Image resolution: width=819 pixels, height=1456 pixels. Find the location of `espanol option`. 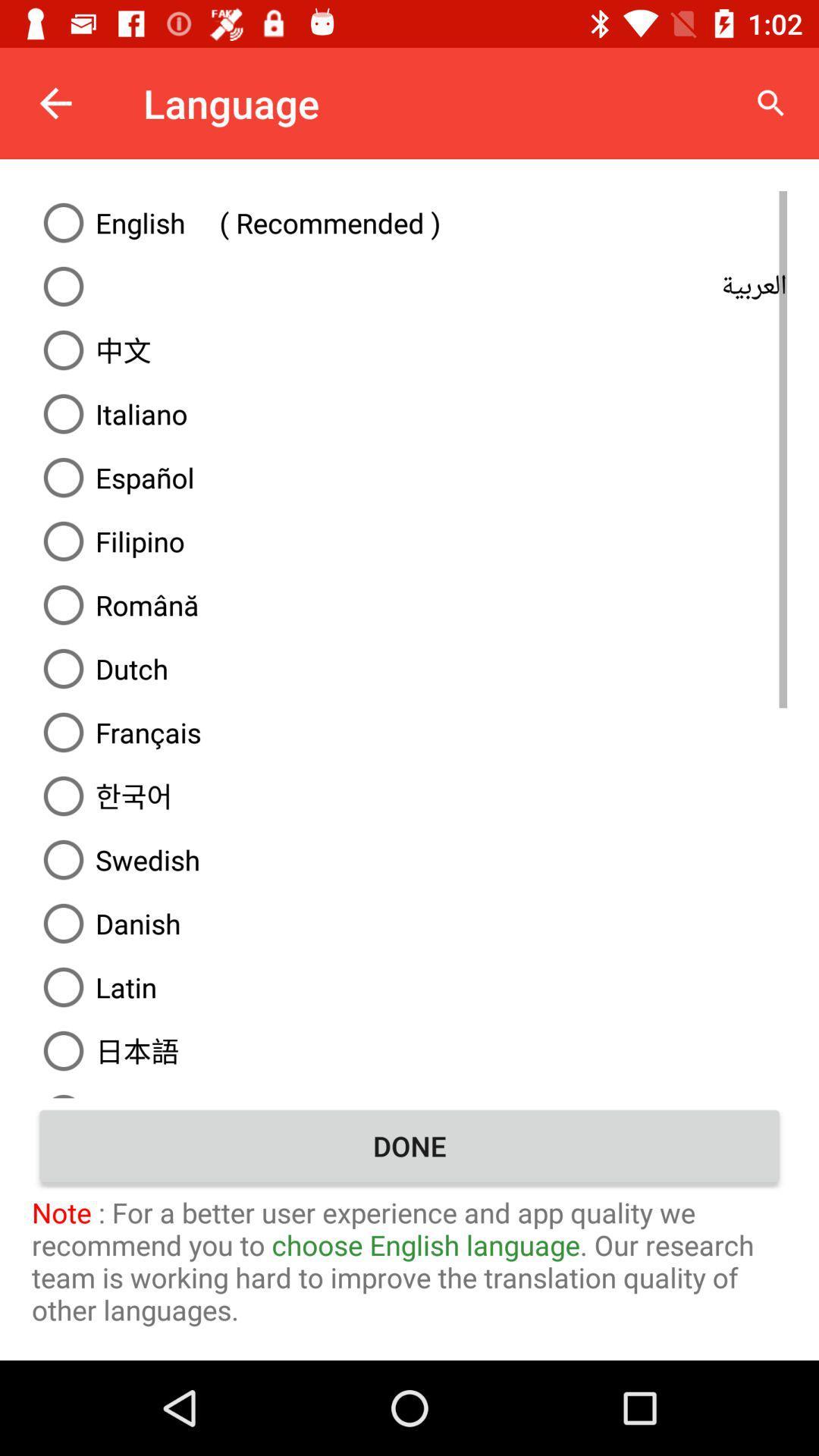

espanol option is located at coordinates (409, 476).